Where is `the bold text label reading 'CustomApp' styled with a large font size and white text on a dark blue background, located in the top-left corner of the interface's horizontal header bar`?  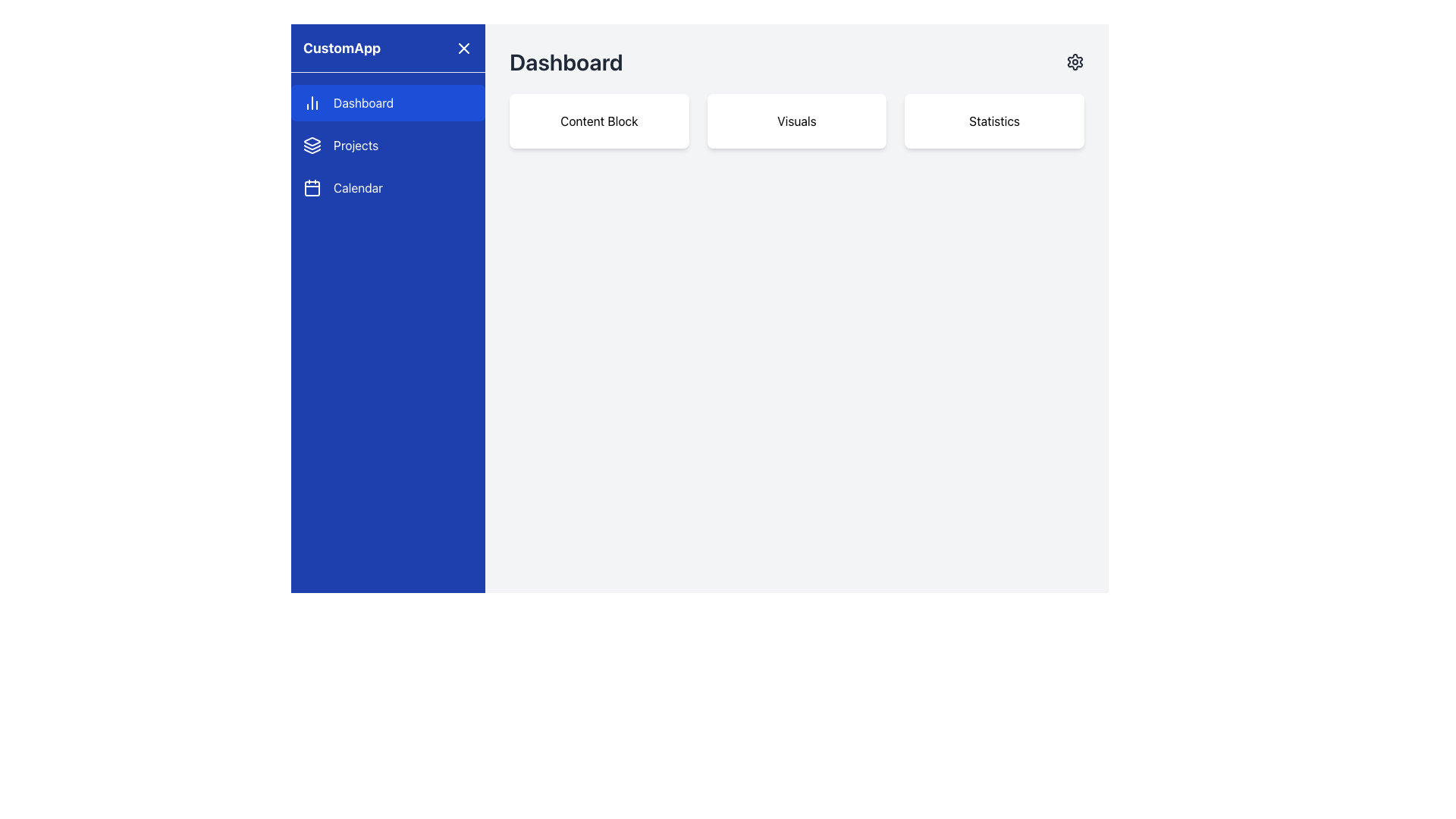
the bold text label reading 'CustomApp' styled with a large font size and white text on a dark blue background, located in the top-left corner of the interface's horizontal header bar is located at coordinates (341, 47).